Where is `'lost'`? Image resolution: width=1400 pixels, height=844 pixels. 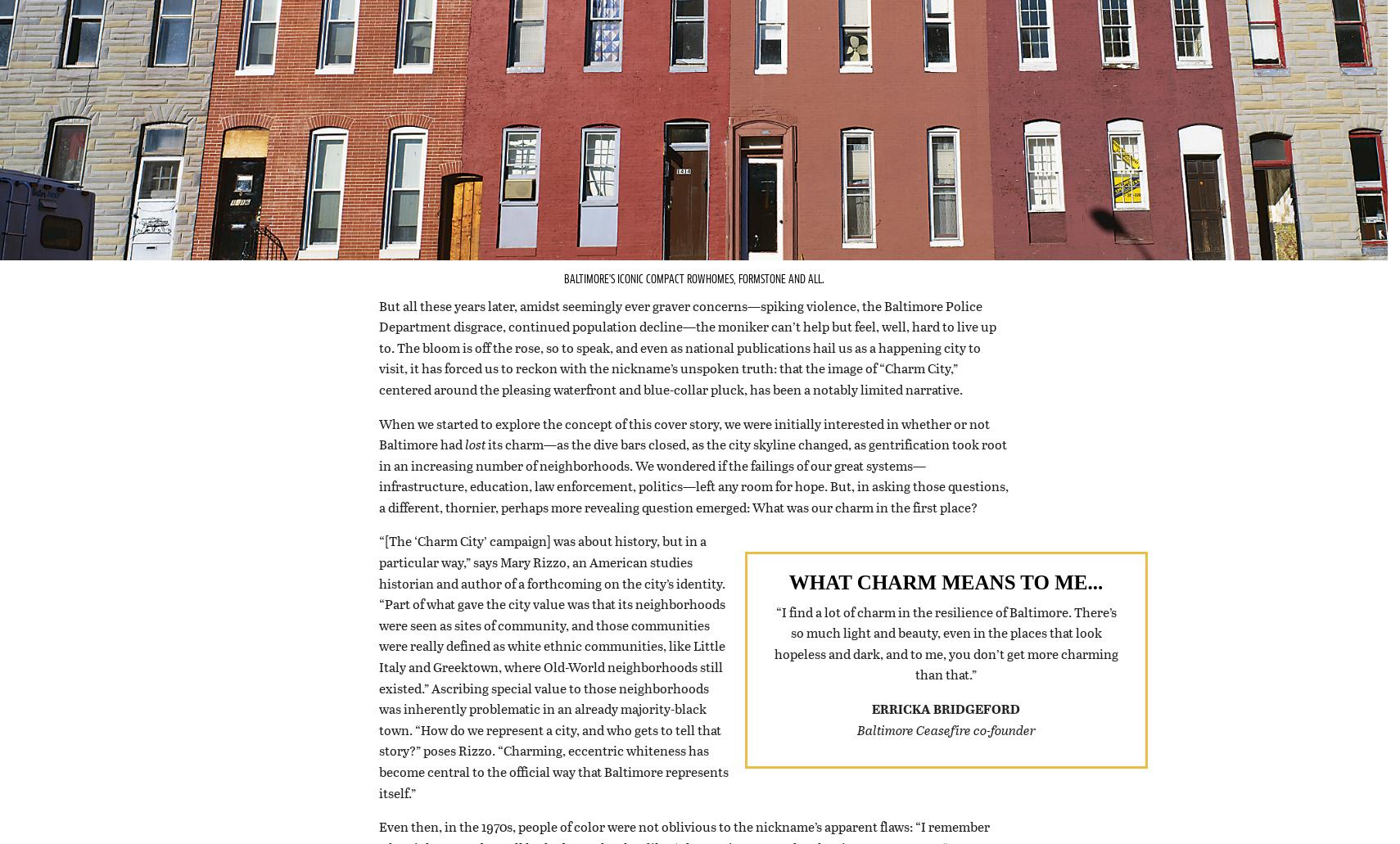 'lost' is located at coordinates (474, 463).